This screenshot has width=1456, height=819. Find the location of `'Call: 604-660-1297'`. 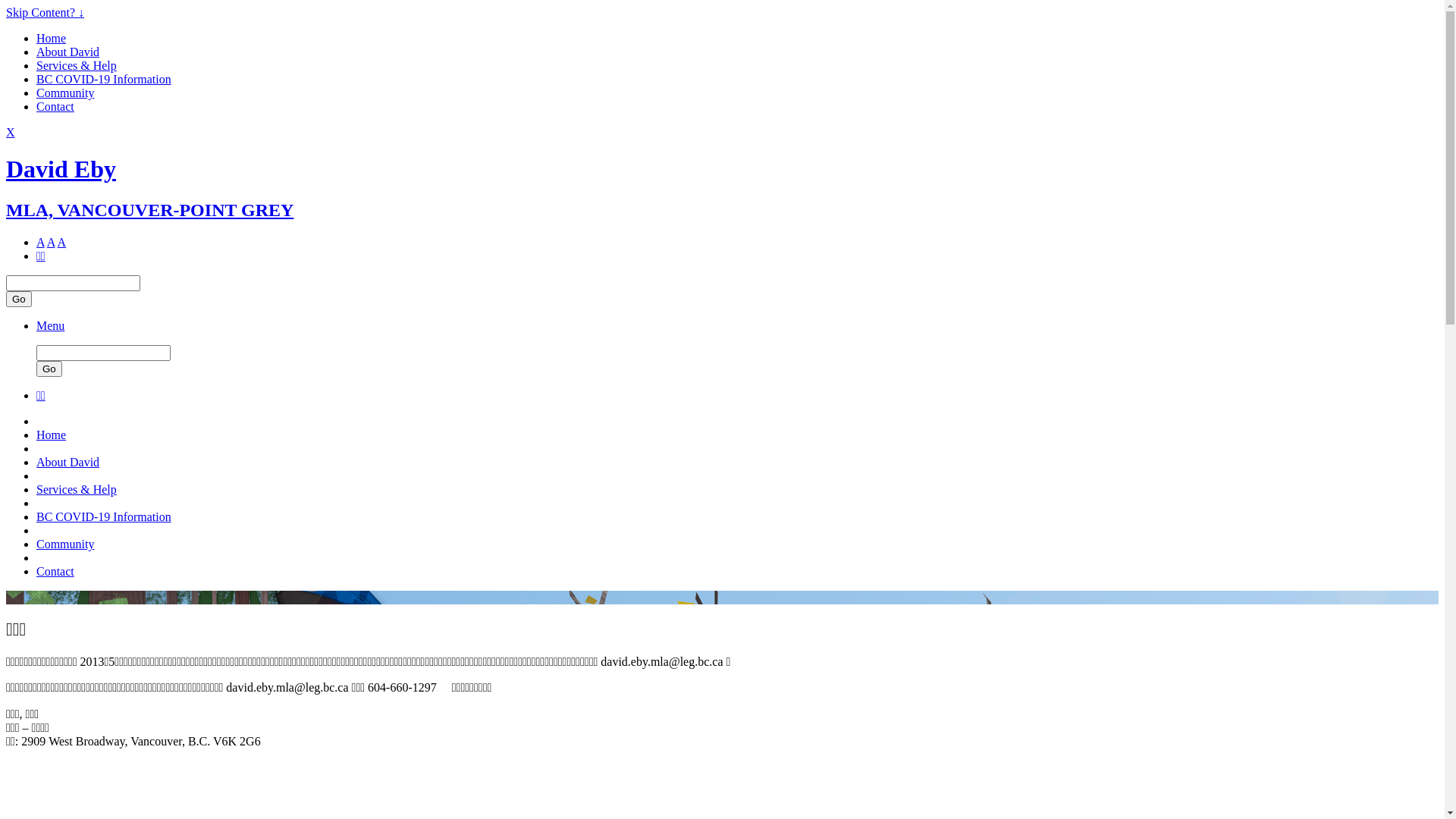

'Call: 604-660-1297' is located at coordinates (442, 688).